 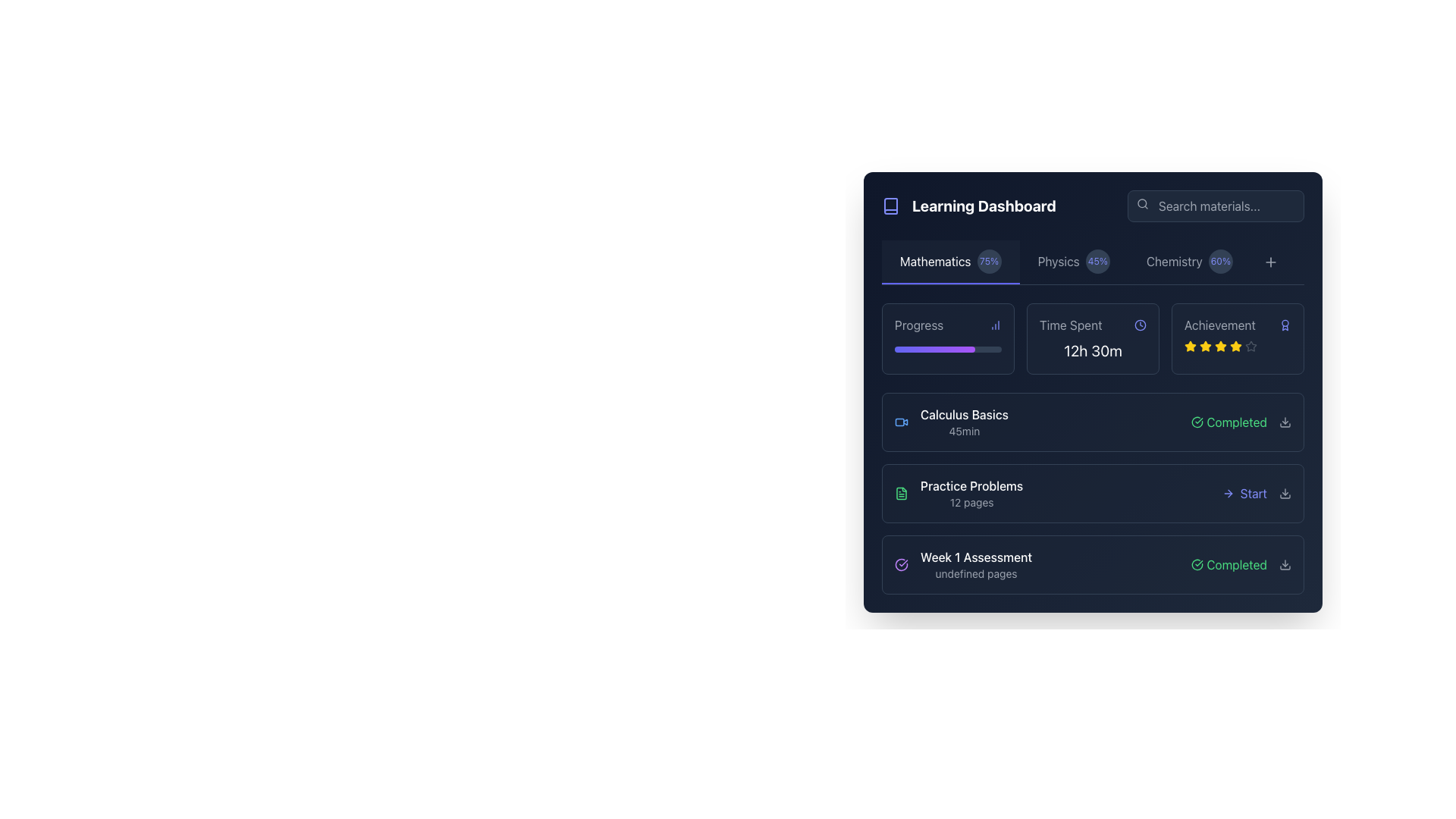 I want to click on the Static Text Label indicating achievements or awards located in the top-right section of the dashboard interface, so click(x=1219, y=324).